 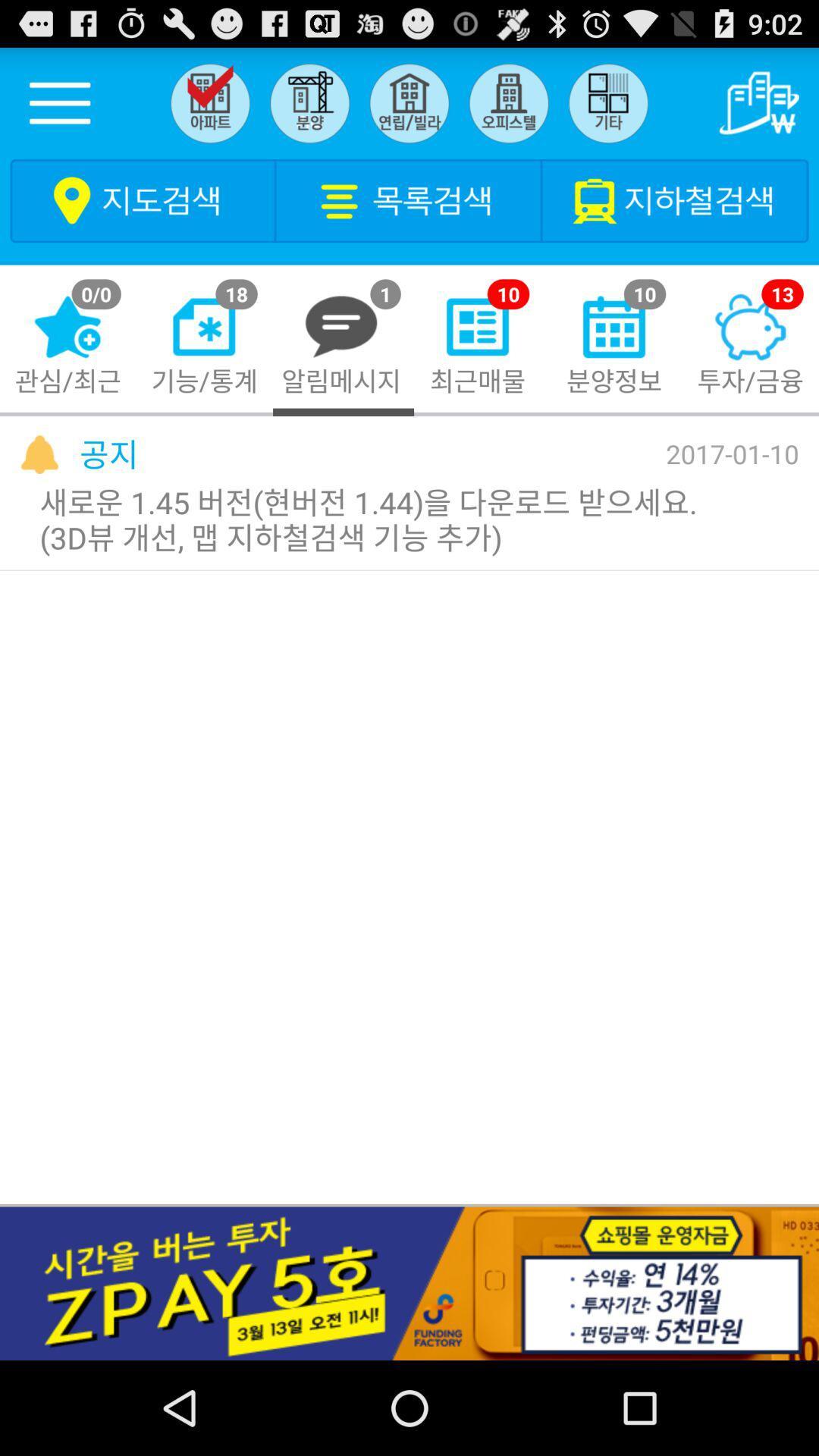 I want to click on the item next to the 2017-01-10 icon, so click(x=108, y=453).